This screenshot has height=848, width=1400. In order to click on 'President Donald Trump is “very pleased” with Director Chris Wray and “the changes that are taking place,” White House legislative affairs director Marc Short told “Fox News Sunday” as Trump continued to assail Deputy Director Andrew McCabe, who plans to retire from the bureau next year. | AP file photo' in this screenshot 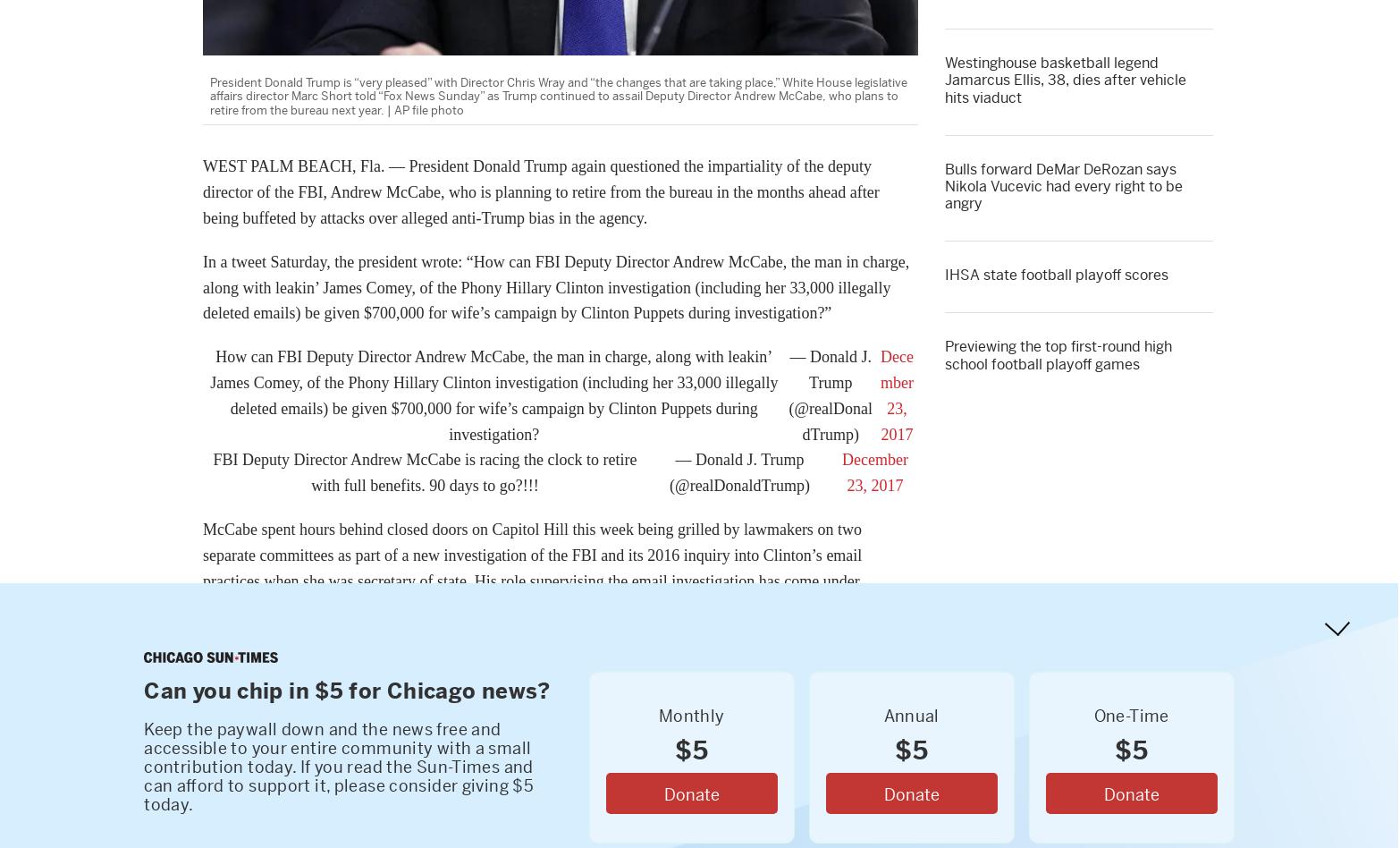, I will do `click(557, 96)`.